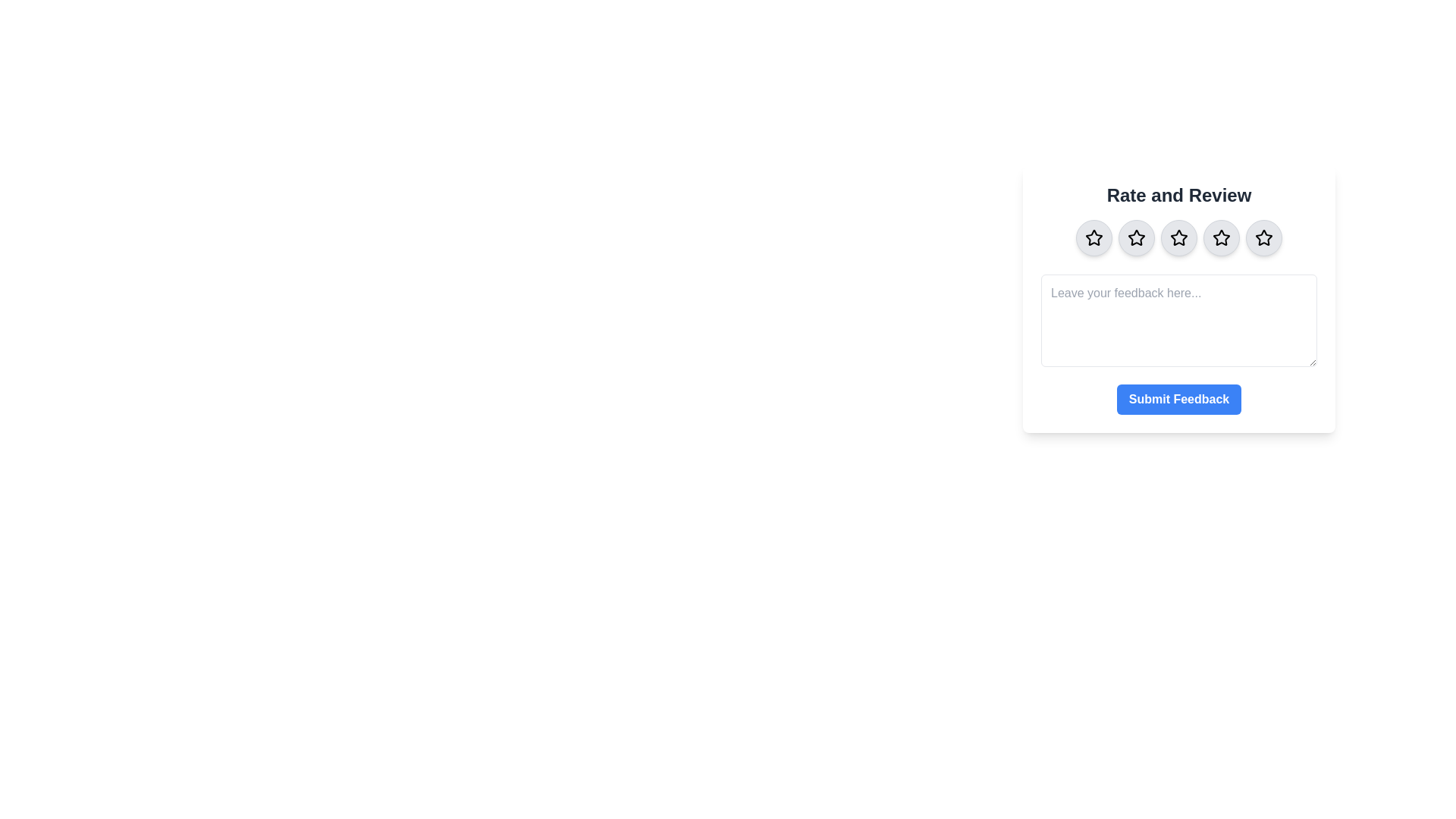 The height and width of the screenshot is (819, 1456). I want to click on the first star rating button located in the feedback section under the title 'Rate and Review', so click(1094, 237).